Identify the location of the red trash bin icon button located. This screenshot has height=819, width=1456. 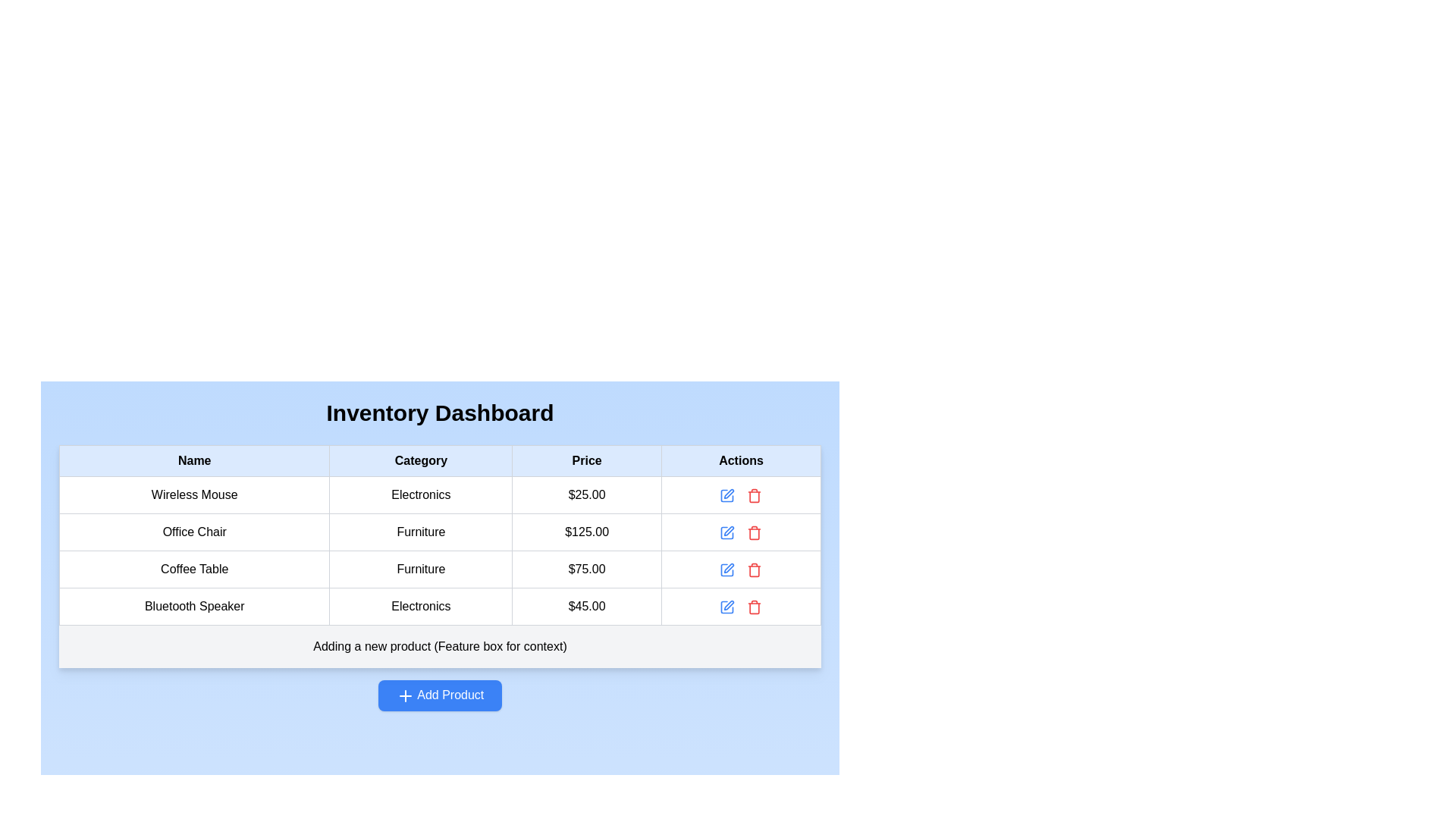
(755, 495).